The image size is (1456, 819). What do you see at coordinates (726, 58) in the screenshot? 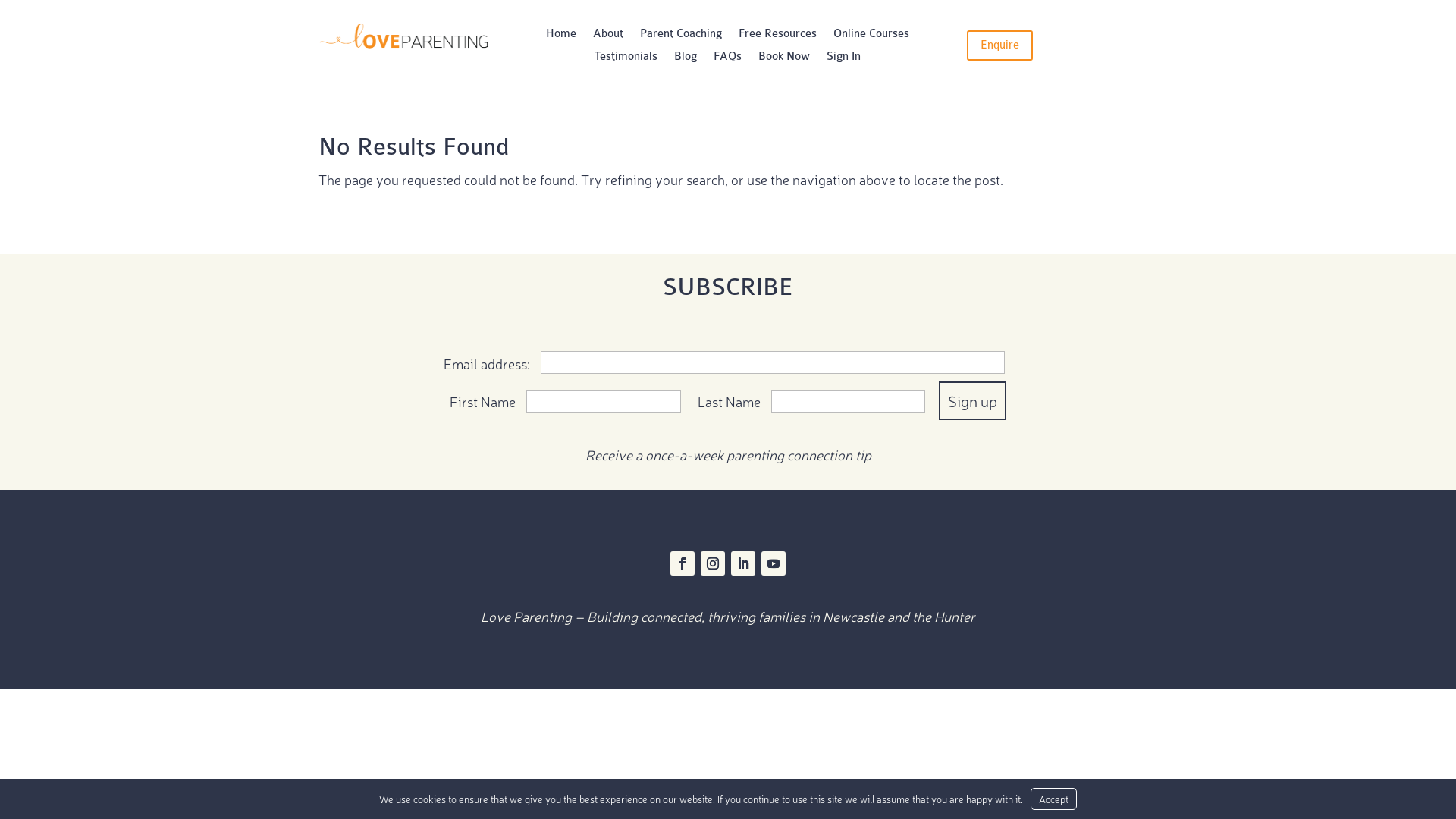
I see `'FAQs'` at bounding box center [726, 58].